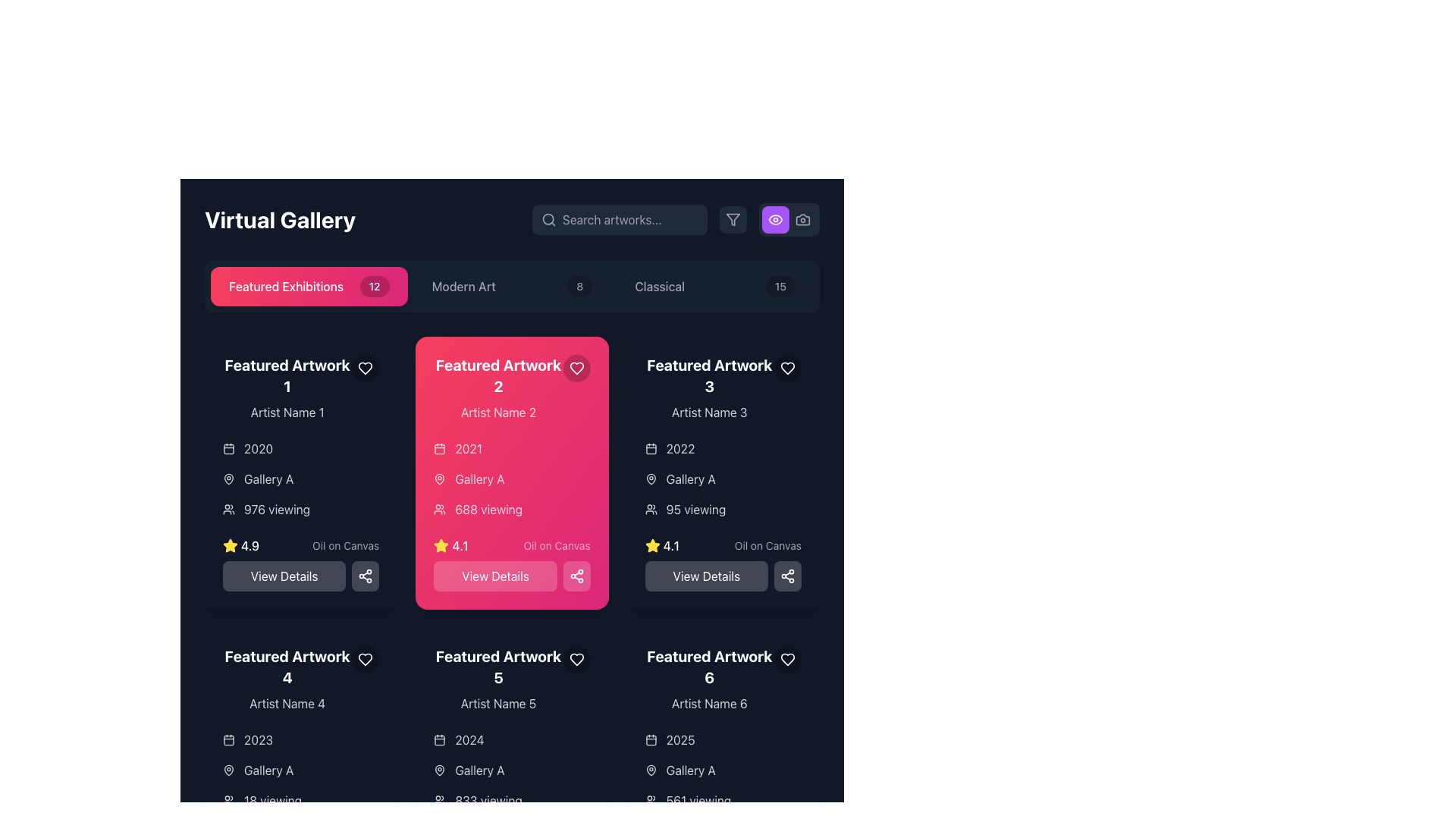 The image size is (1456, 819). What do you see at coordinates (301, 576) in the screenshot?
I see `the button located at the bottom of the card for 'Featured Artwork 1', which is the first button in a horizontal row of two elements, to trigger the hover effect` at bounding box center [301, 576].